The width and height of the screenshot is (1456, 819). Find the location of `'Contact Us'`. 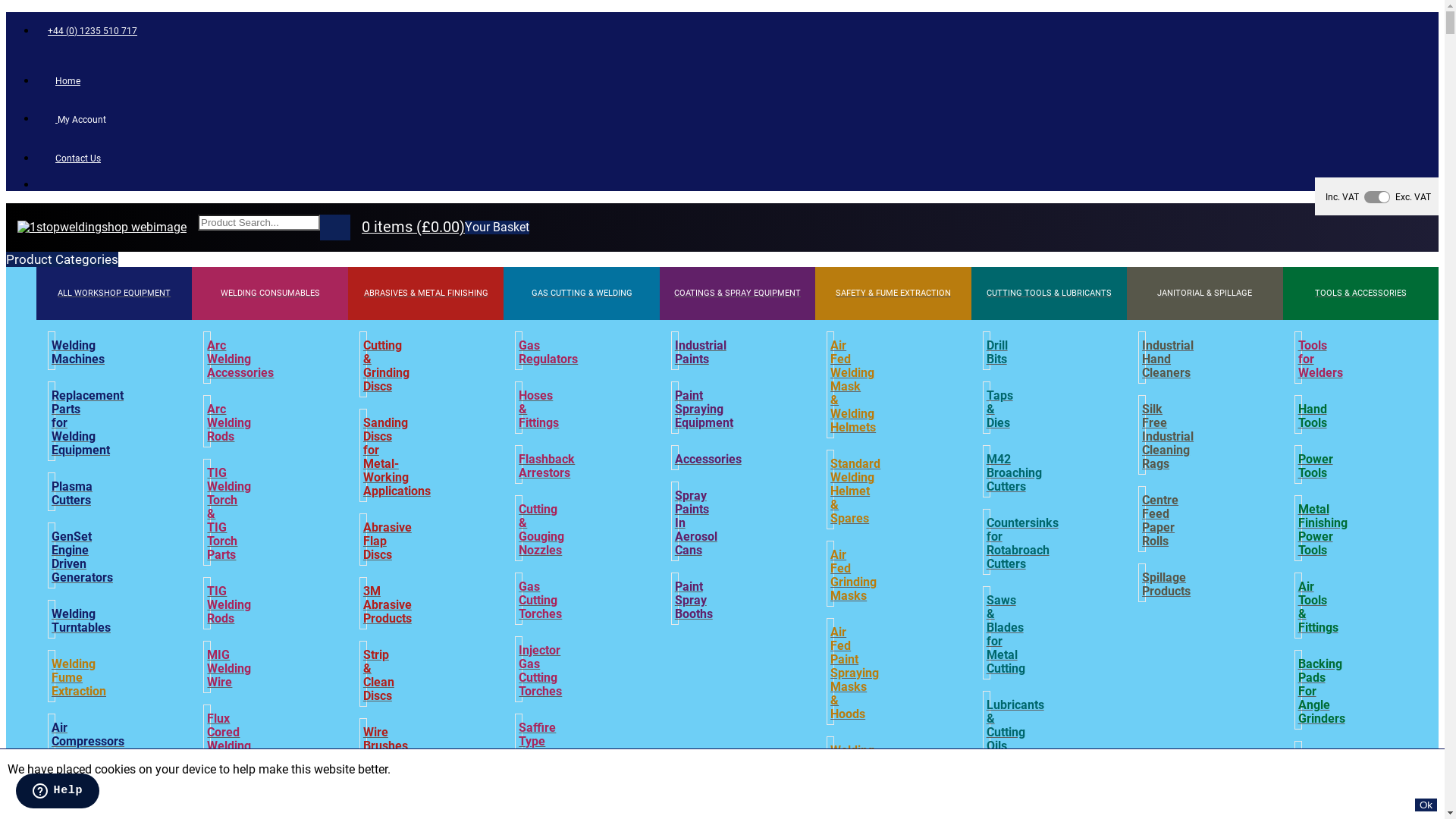

'Contact Us' is located at coordinates (73, 158).